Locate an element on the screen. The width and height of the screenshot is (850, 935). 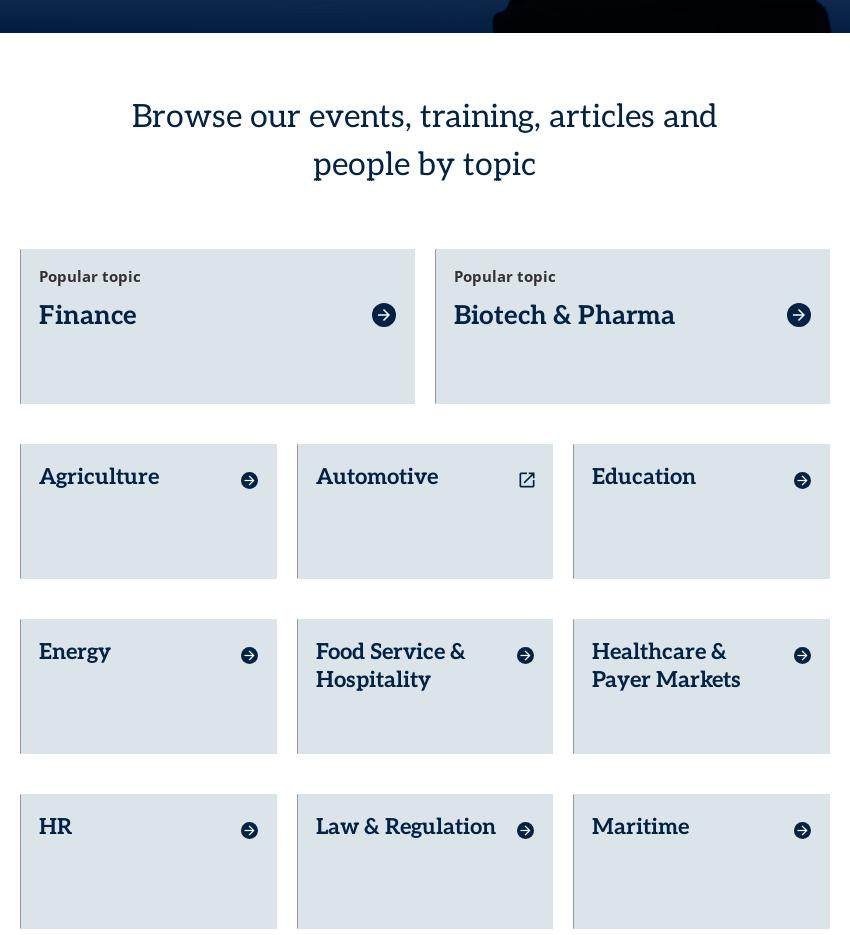
'Automotive' is located at coordinates (375, 440).